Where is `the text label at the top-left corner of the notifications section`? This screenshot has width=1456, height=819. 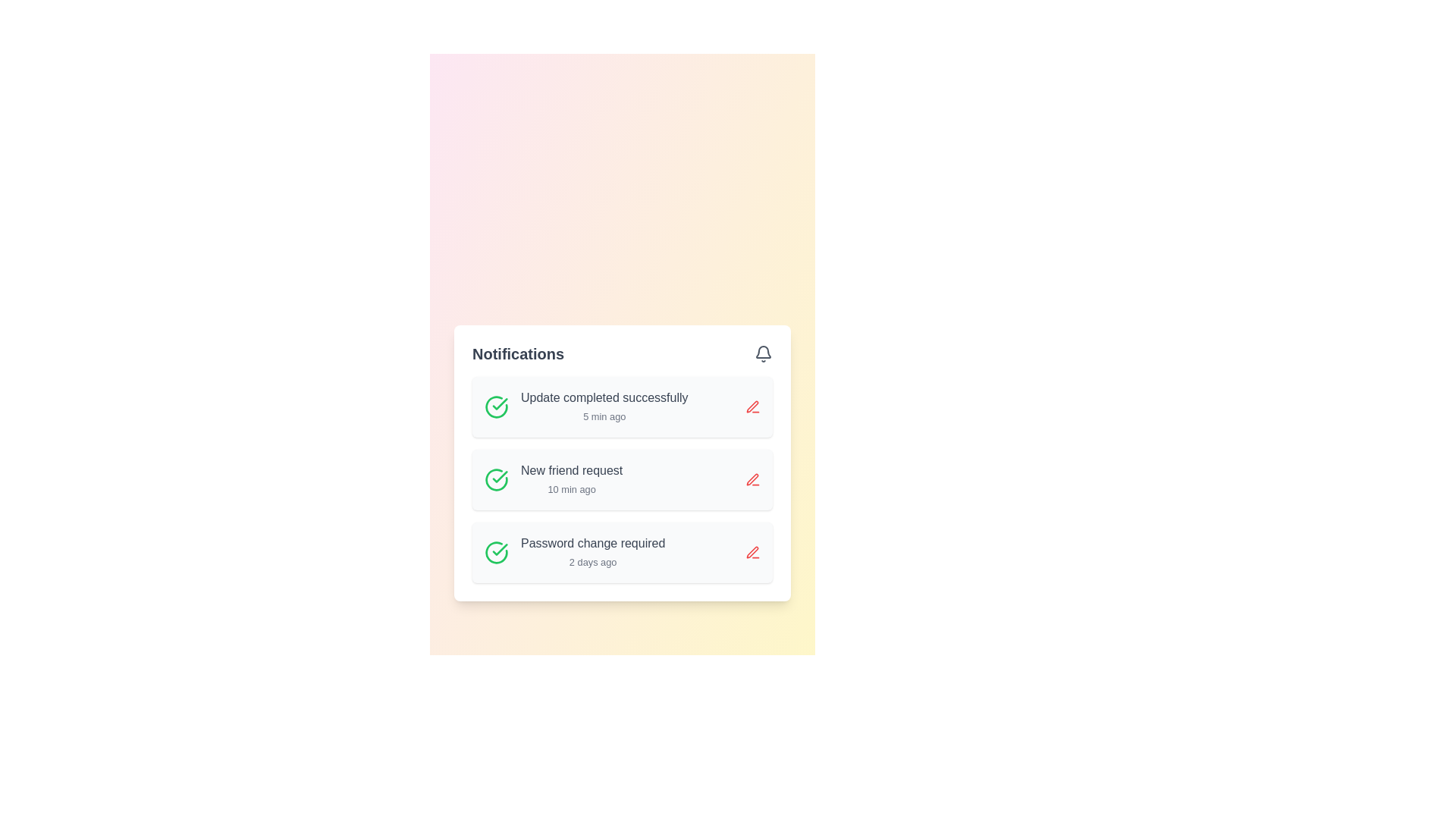 the text label at the top-left corner of the notifications section is located at coordinates (518, 353).